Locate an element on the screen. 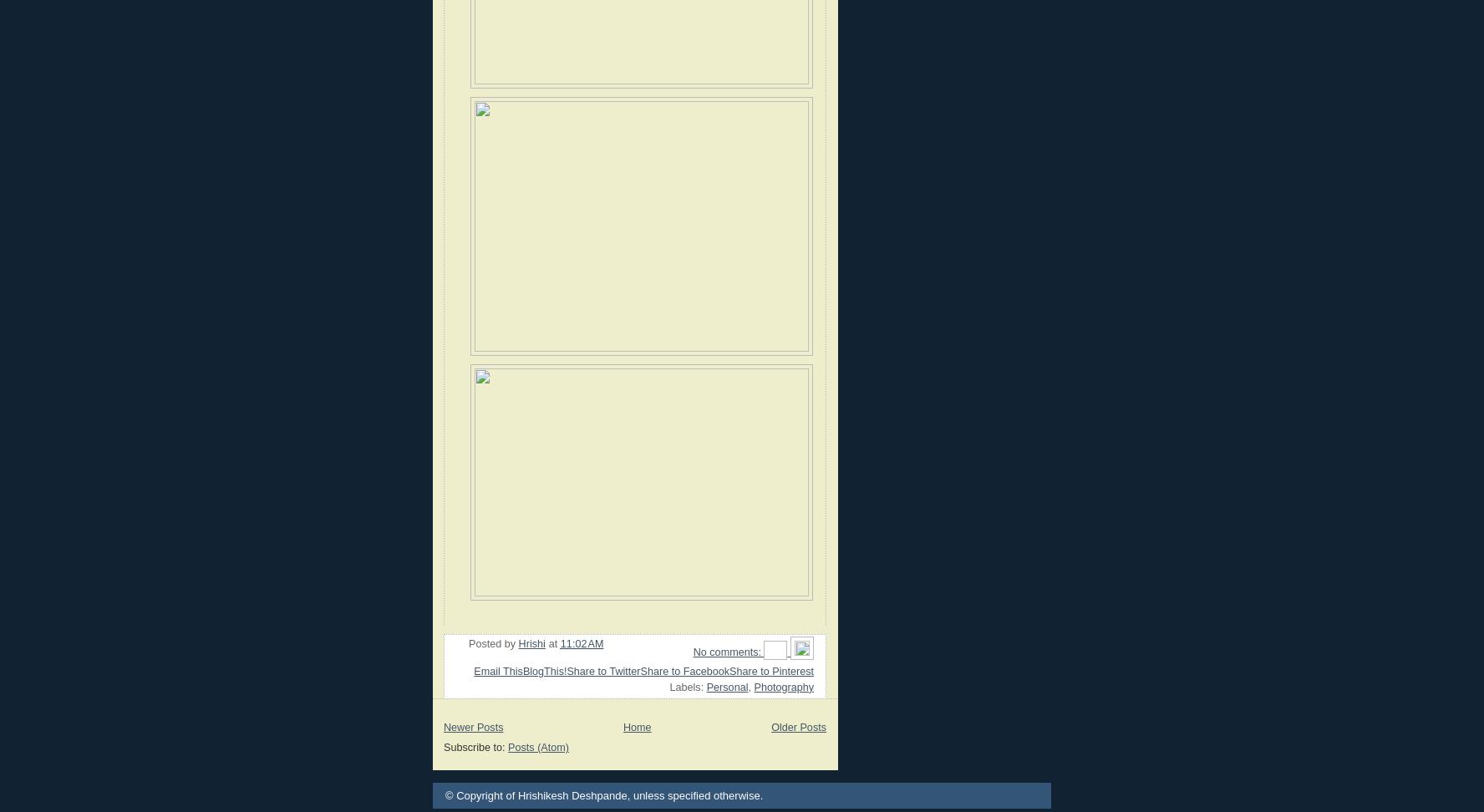  'Email This' is located at coordinates (497, 669).